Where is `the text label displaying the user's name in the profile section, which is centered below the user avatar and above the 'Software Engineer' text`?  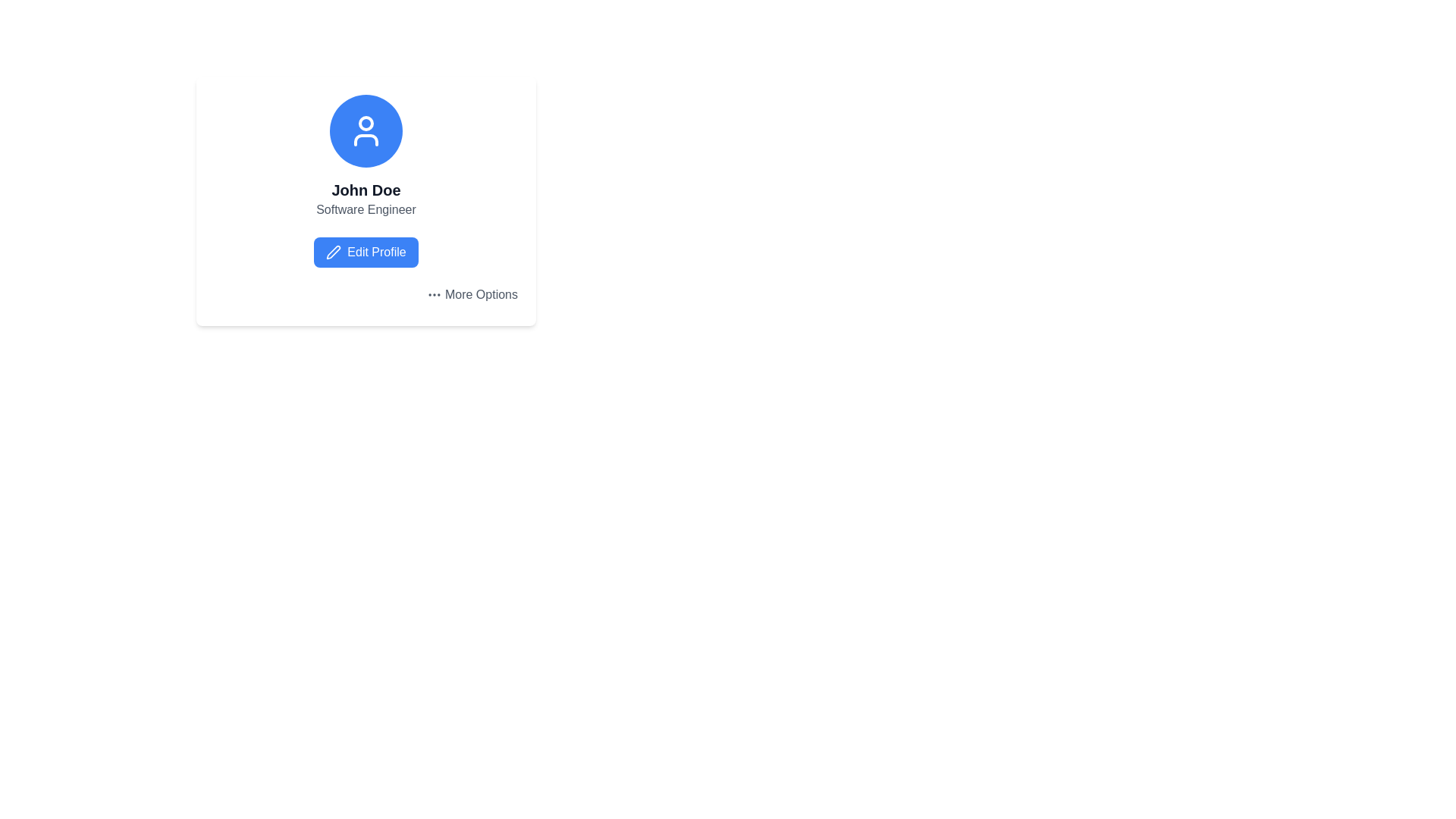 the text label displaying the user's name in the profile section, which is centered below the user avatar and above the 'Software Engineer' text is located at coordinates (366, 189).